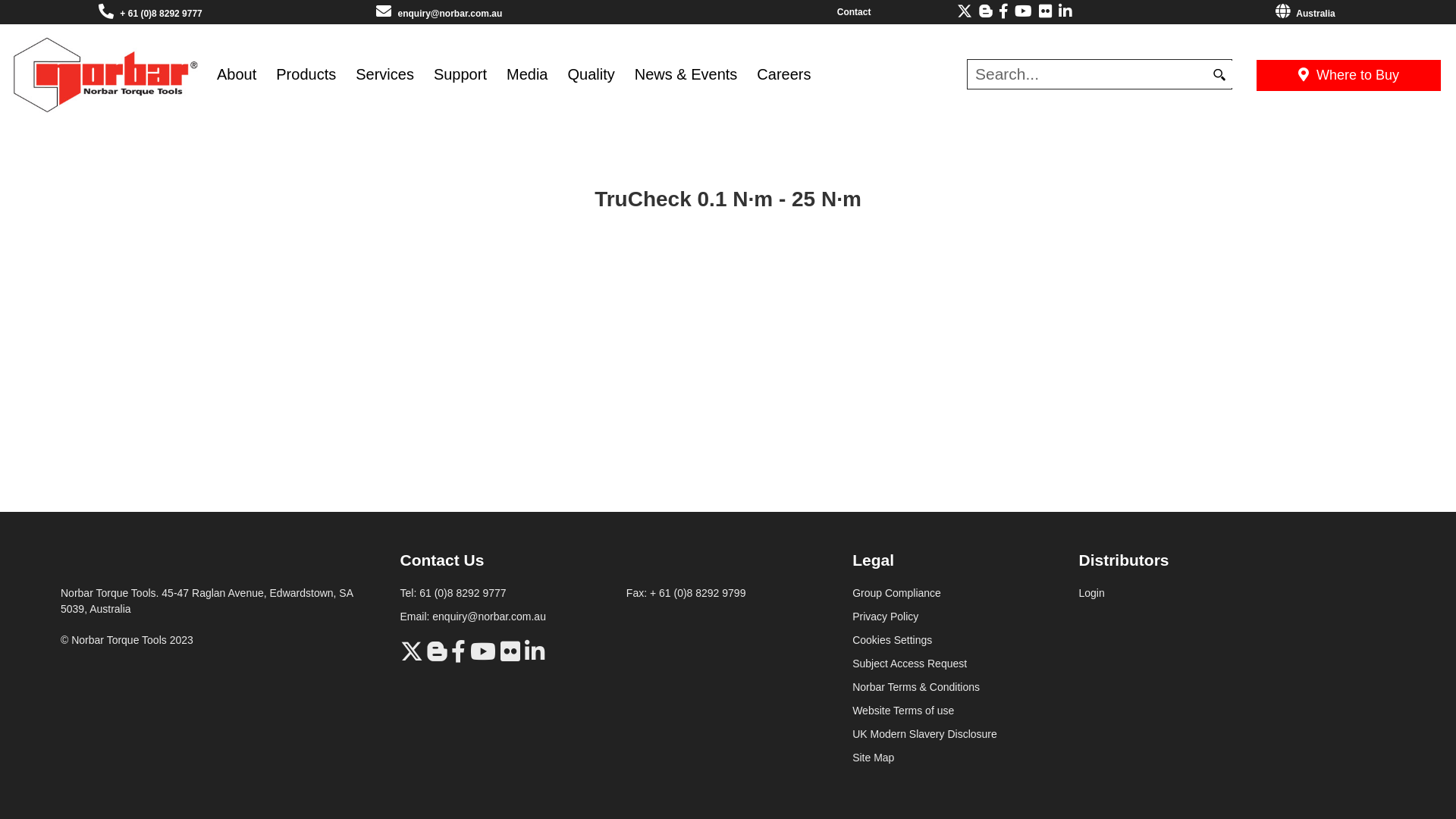 Image resolution: width=1456 pixels, height=819 pixels. Describe the element at coordinates (902, 711) in the screenshot. I see `'Website Terms of use'` at that location.